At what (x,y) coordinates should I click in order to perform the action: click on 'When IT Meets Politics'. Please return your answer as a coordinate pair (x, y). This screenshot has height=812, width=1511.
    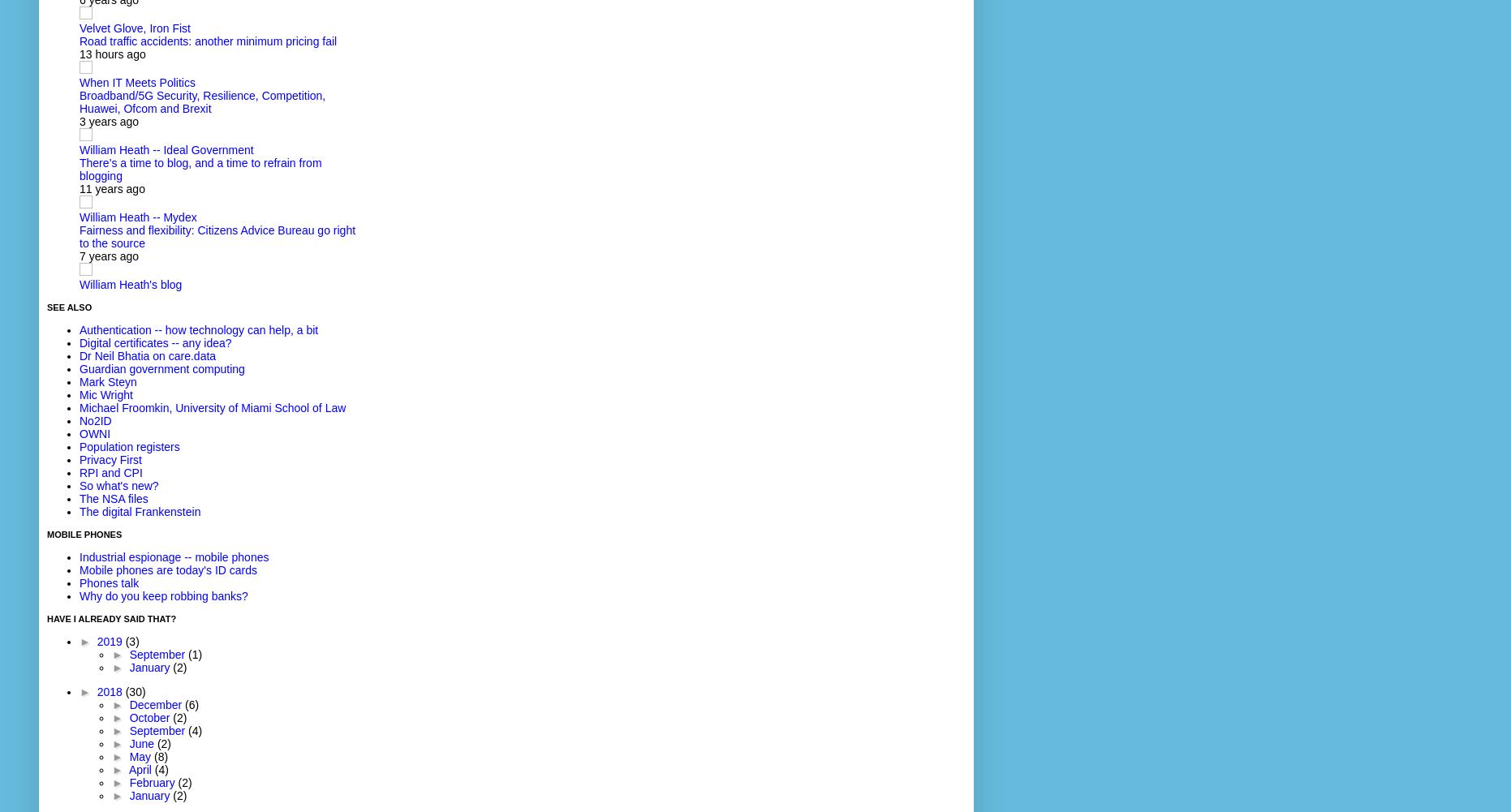
    Looking at the image, I should click on (136, 82).